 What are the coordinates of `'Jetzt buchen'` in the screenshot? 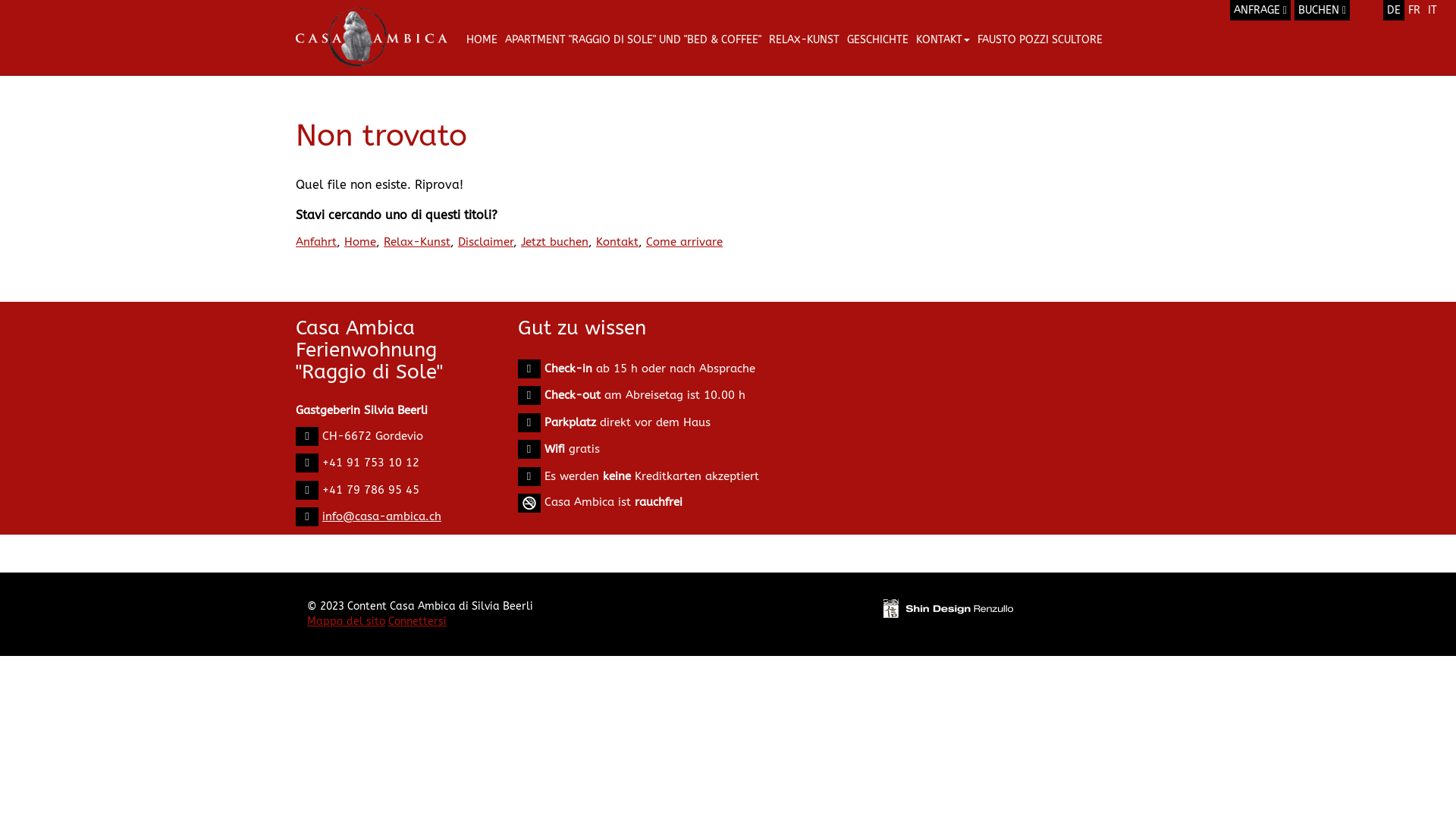 It's located at (554, 241).